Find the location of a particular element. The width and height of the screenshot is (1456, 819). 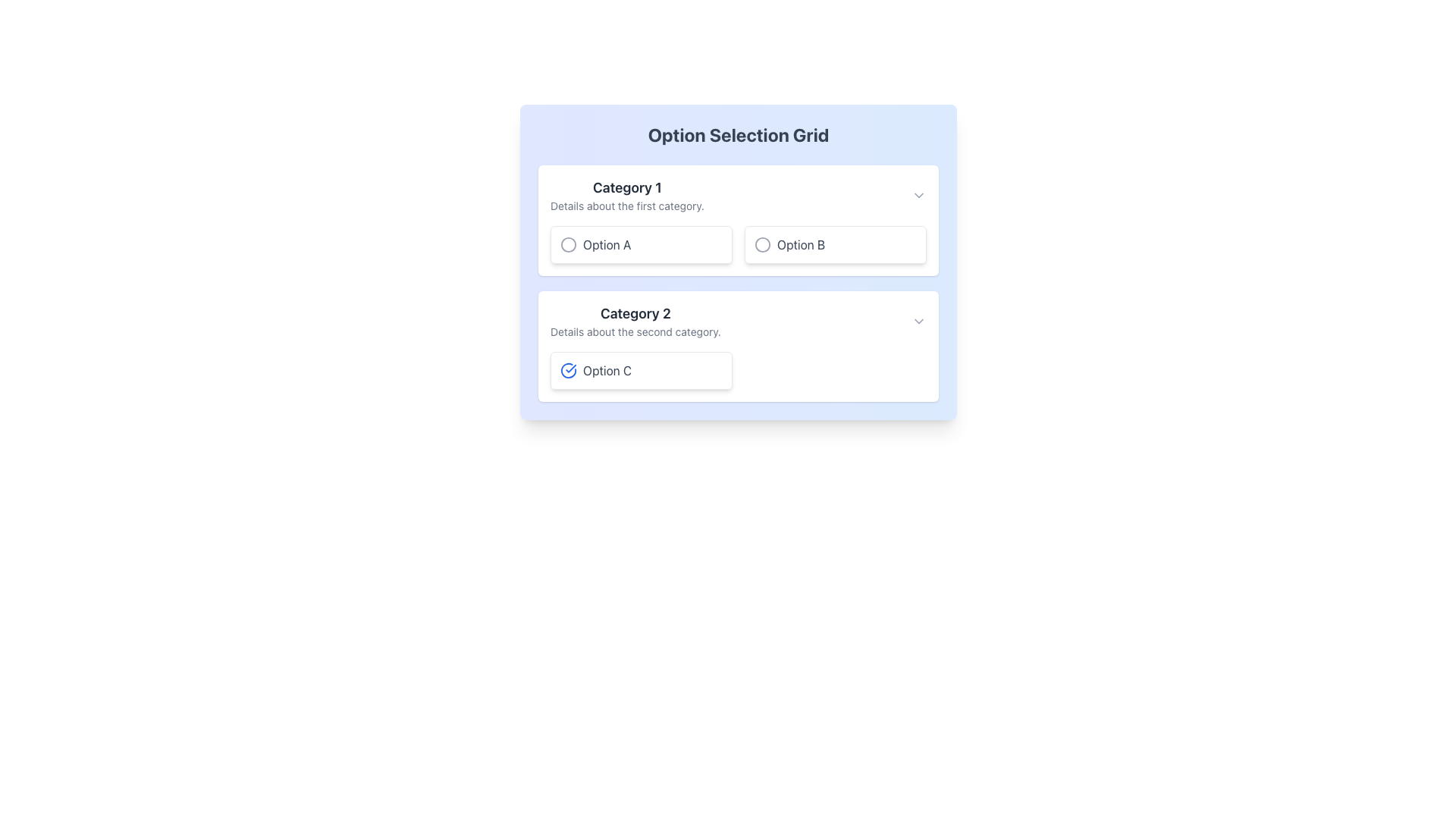

the radio button for 'Option A' located in the top left quadrant of the interface, which serves as an indicator for selection or deselection functionality is located at coordinates (567, 244).